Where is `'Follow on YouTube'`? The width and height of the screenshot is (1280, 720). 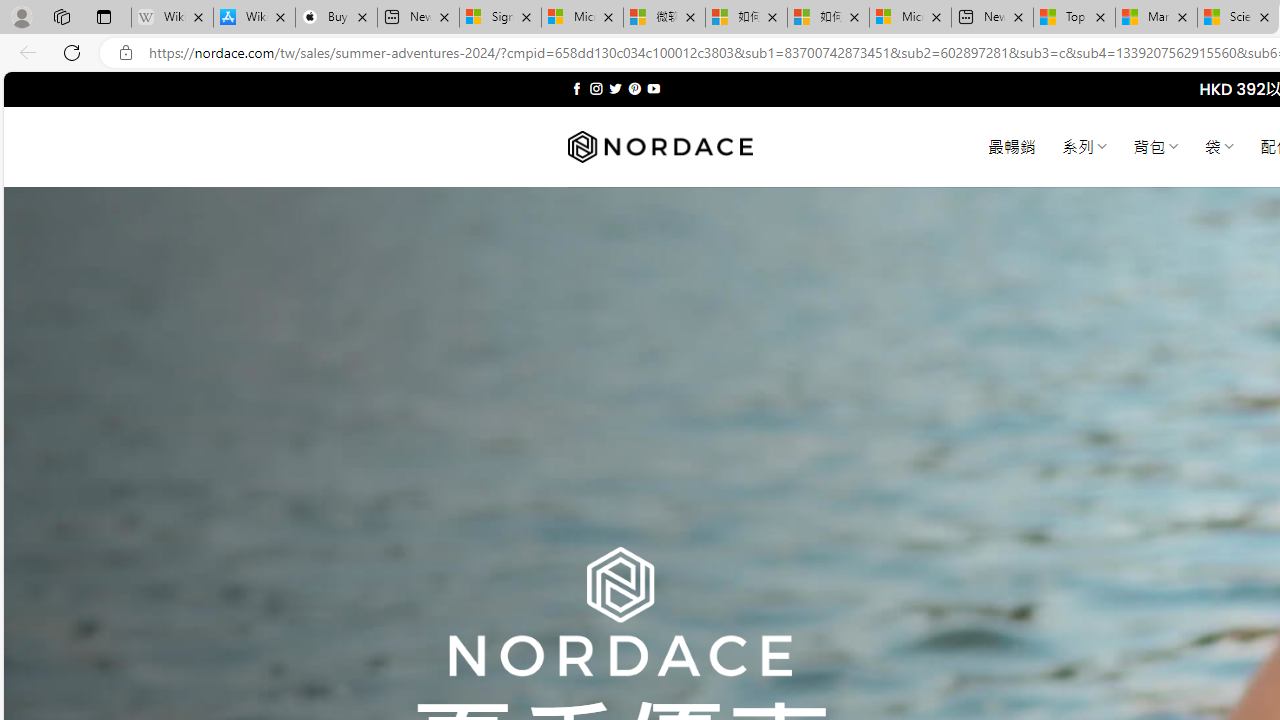
'Follow on YouTube' is located at coordinates (653, 88).